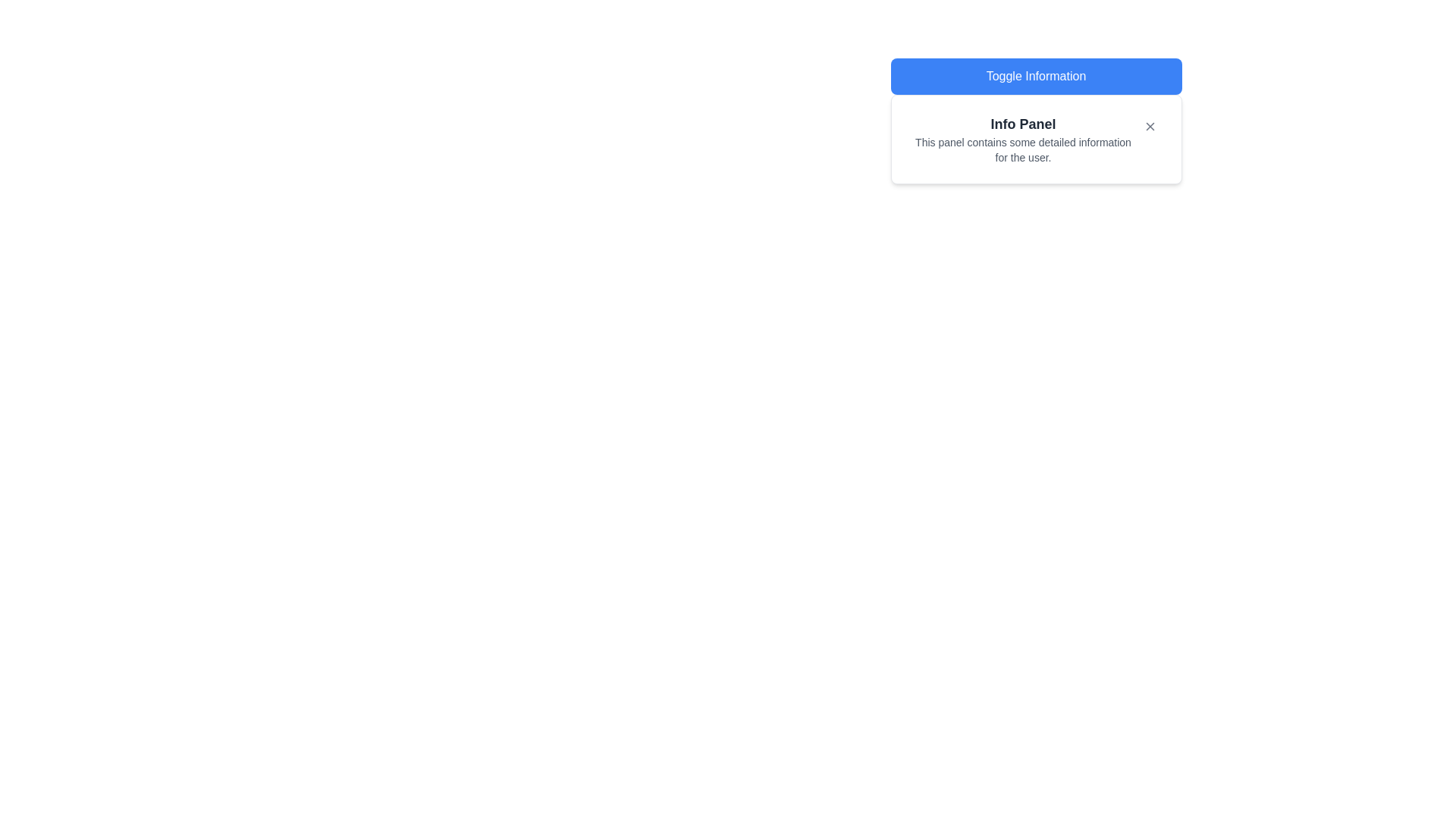 Image resolution: width=1456 pixels, height=819 pixels. What do you see at coordinates (1023, 124) in the screenshot?
I see `the title text element located at the upper portion of the information panel` at bounding box center [1023, 124].